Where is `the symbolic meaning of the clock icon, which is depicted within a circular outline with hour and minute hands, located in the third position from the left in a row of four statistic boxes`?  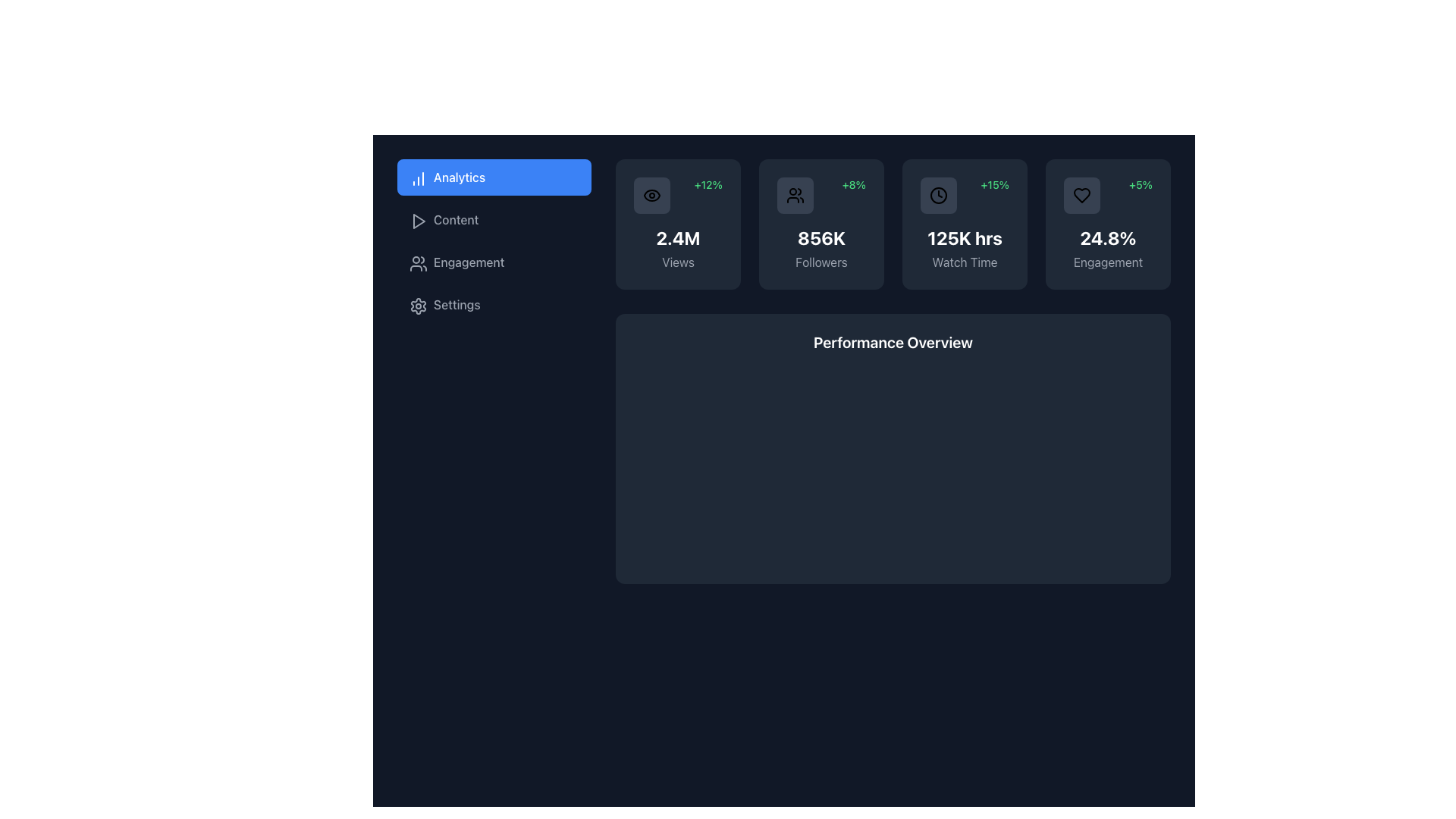
the symbolic meaning of the clock icon, which is depicted within a circular outline with hour and minute hands, located in the third position from the left in a row of four statistic boxes is located at coordinates (938, 195).